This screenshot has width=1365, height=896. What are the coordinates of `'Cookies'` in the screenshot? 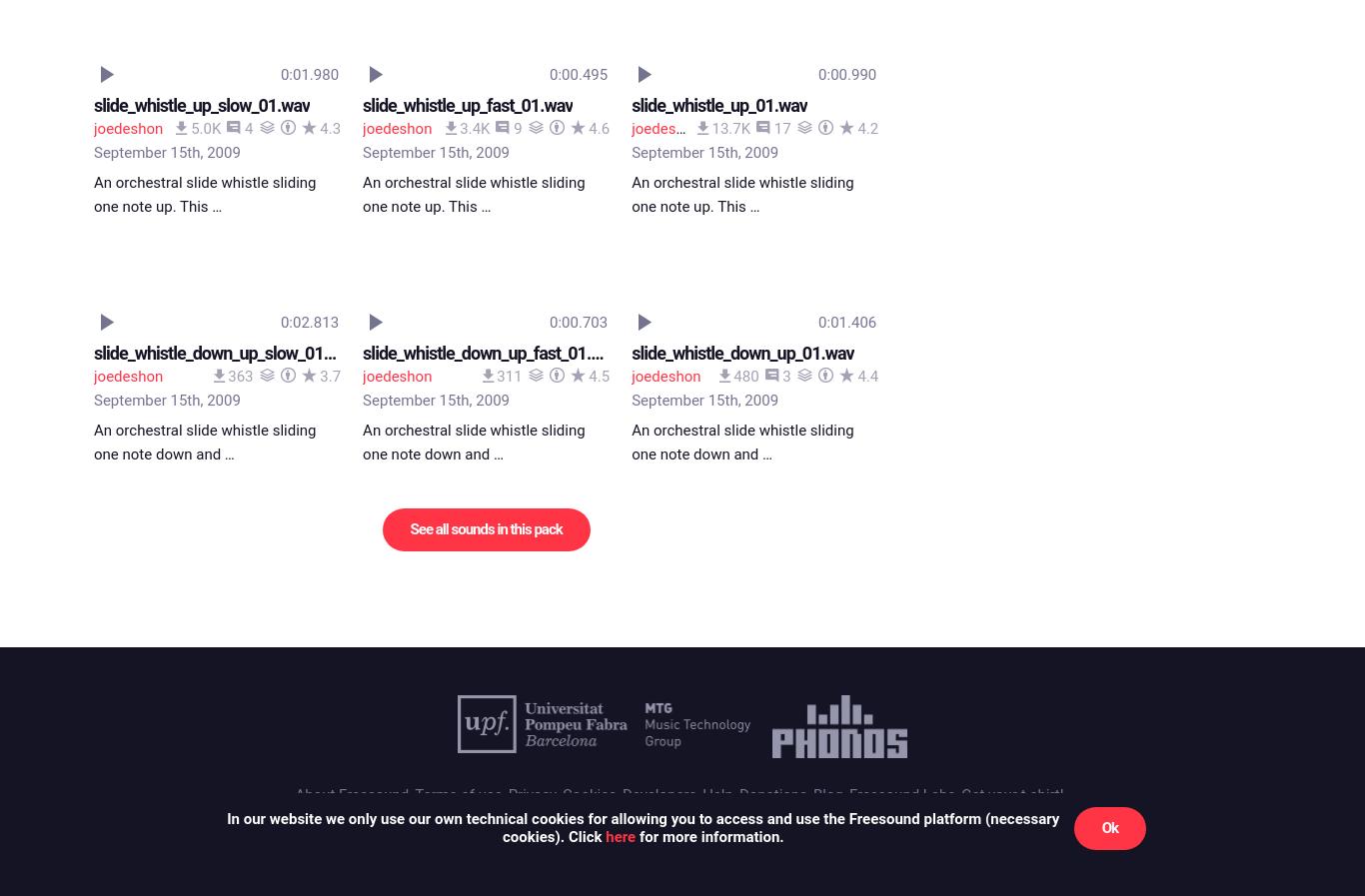 It's located at (563, 32).